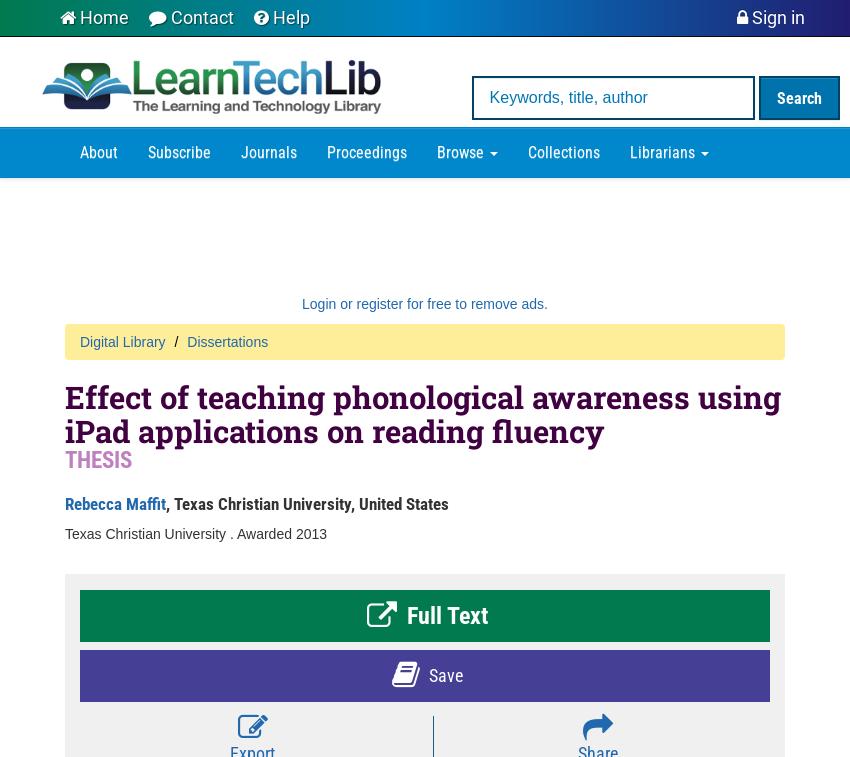 This screenshot has height=757, width=850. I want to click on 'Texas Christian University', so click(65, 533).